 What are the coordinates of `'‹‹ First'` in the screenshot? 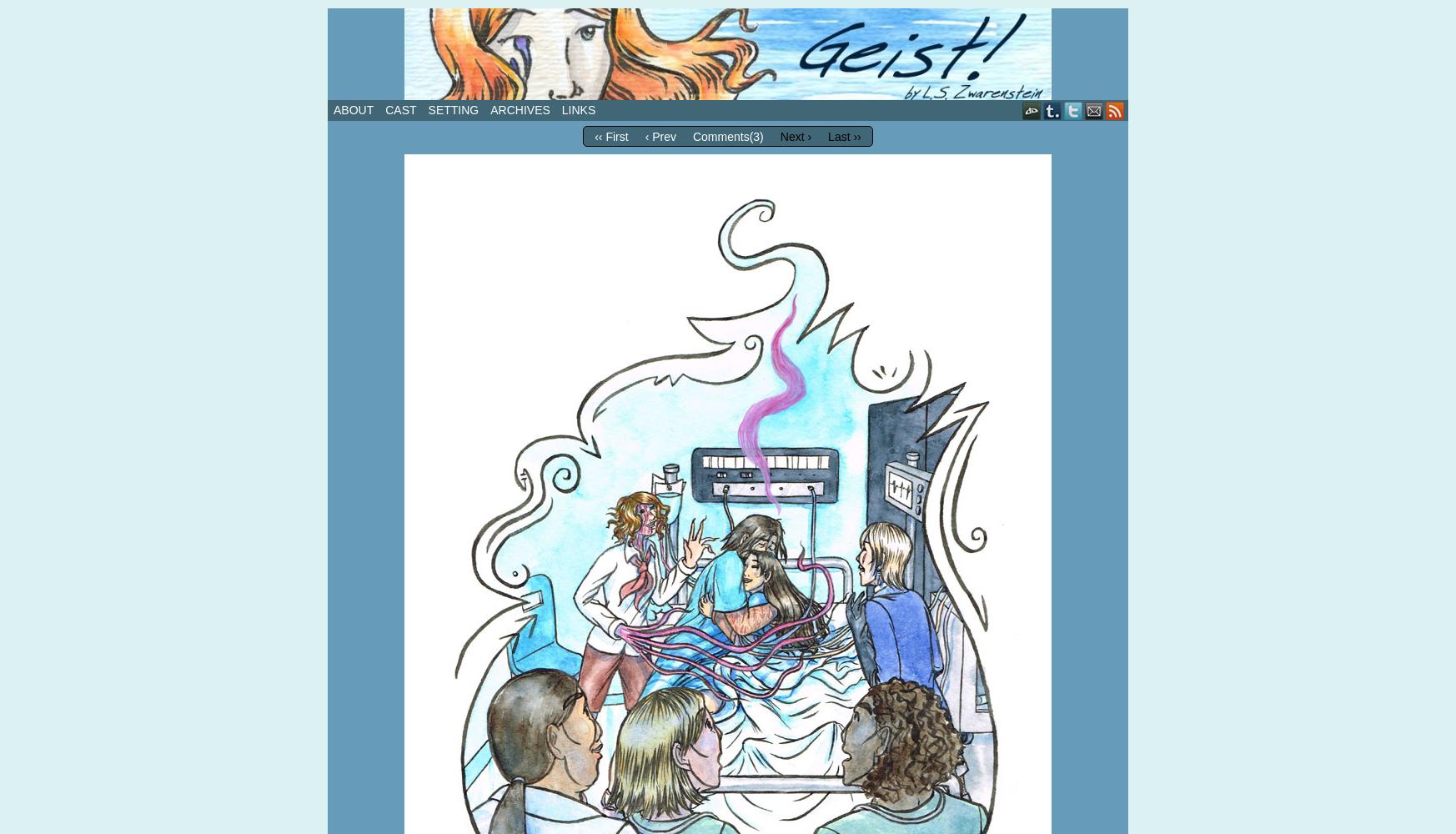 It's located at (610, 137).